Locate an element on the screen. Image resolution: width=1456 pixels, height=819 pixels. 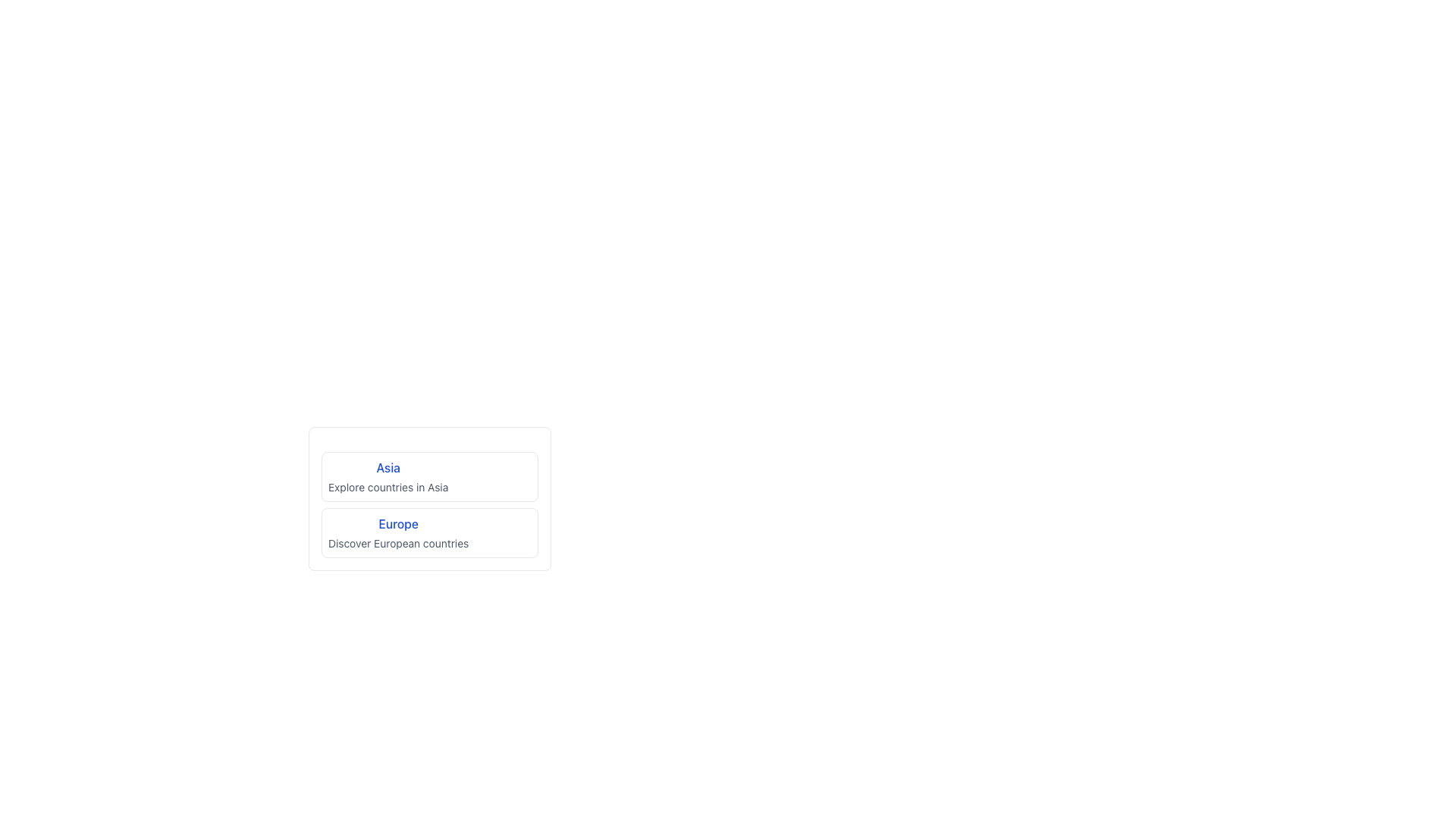
text label providing descriptive information about the 'Europe' section, which is positioned directly beneath the 'Europe' label and aligned to the left in the lower right section of the interface is located at coordinates (398, 543).